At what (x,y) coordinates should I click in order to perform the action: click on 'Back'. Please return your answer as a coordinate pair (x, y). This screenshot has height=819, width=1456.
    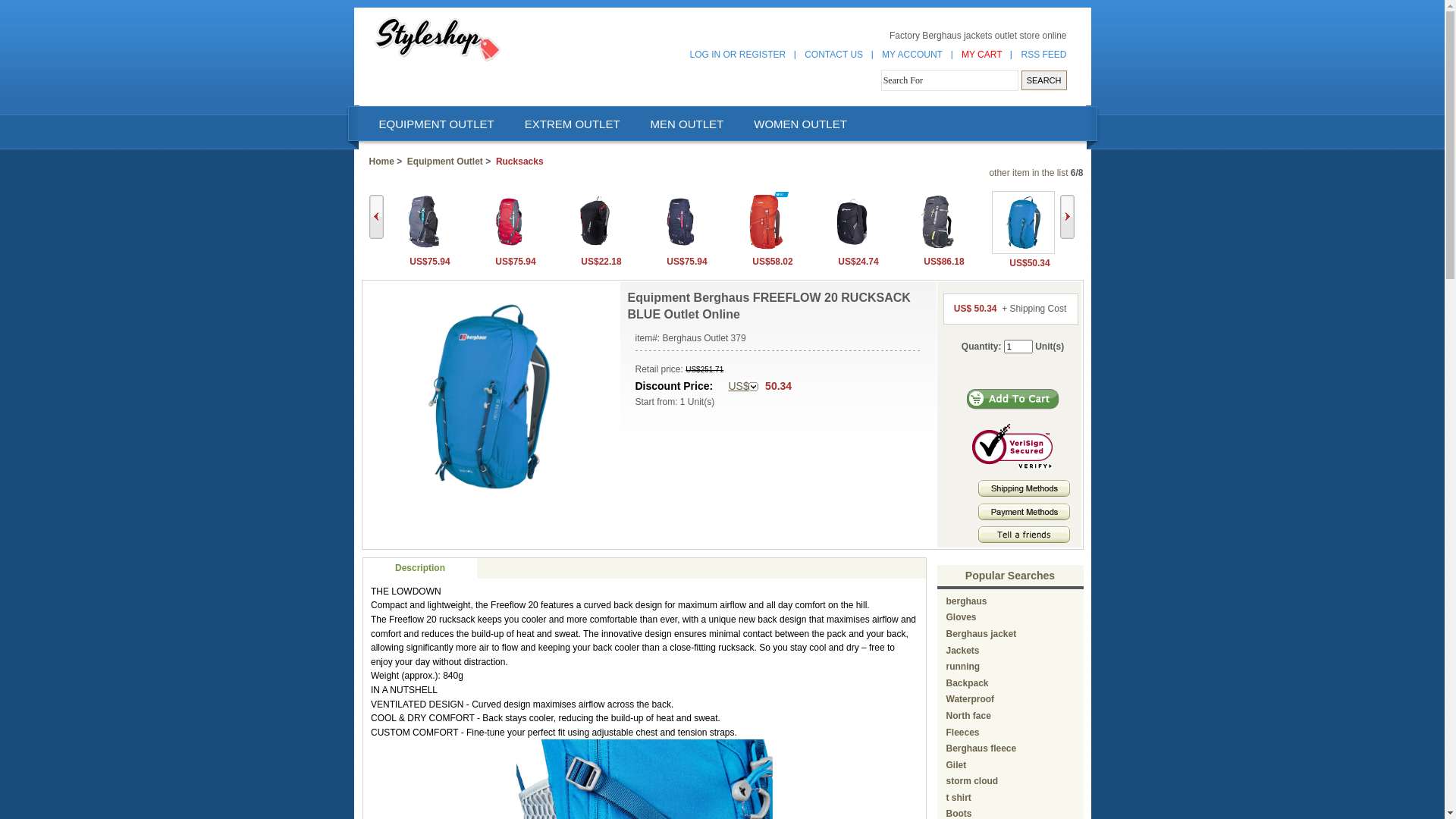
    Looking at the image, I should click on (375, 216).